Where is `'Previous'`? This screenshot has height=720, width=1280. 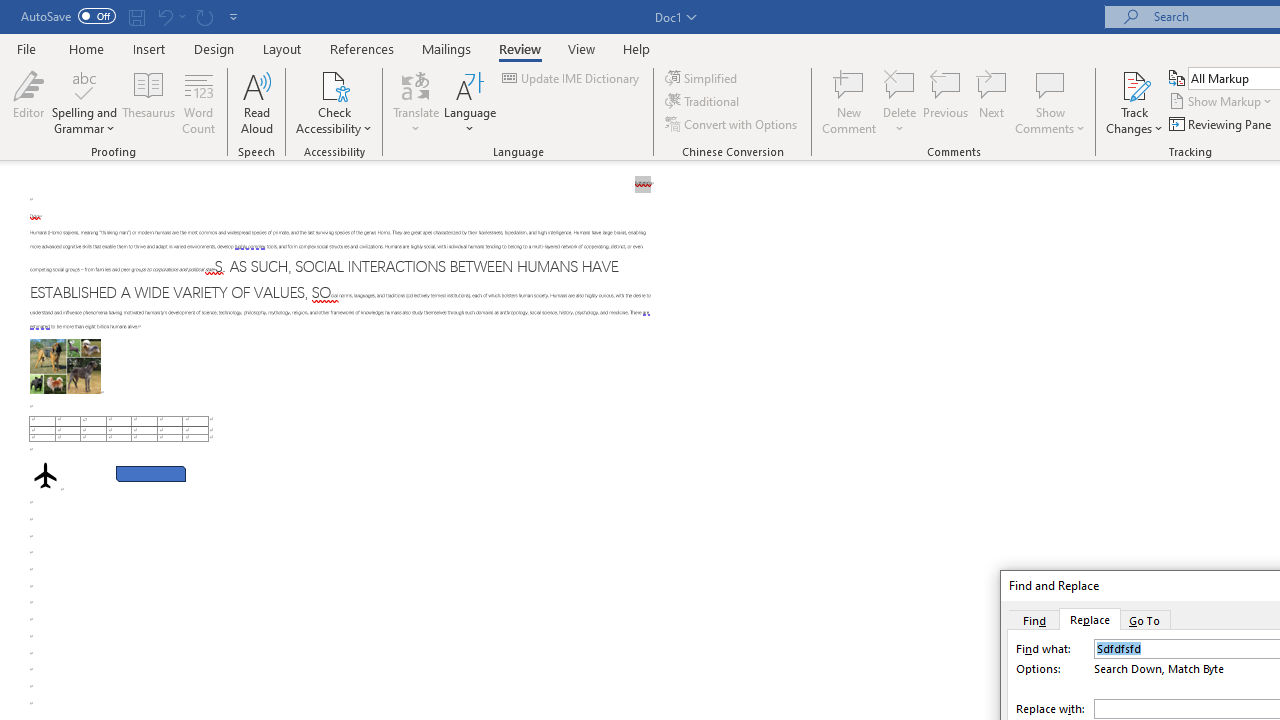 'Previous' is located at coordinates (945, 103).